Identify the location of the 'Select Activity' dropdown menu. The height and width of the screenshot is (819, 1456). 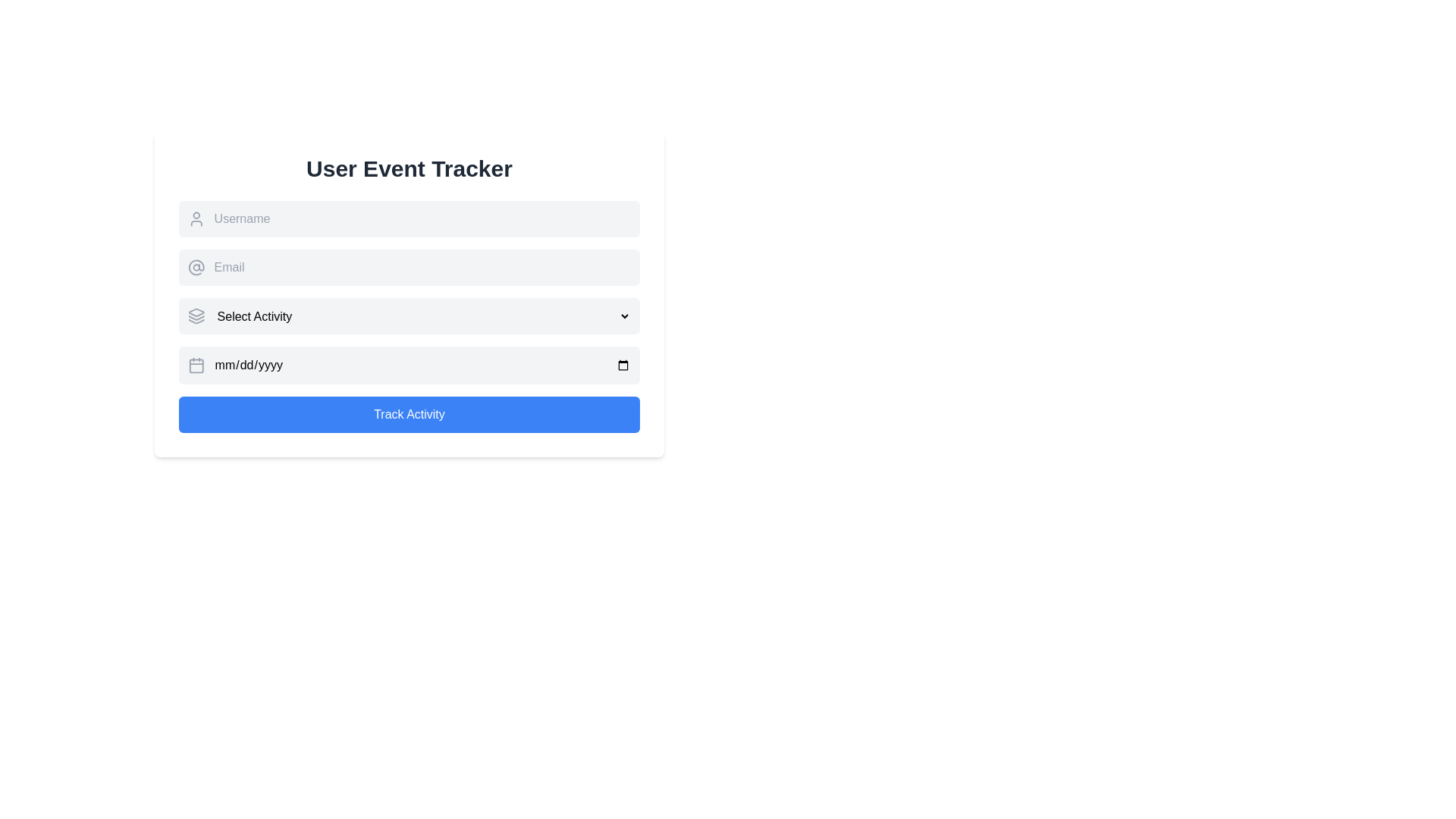
(409, 315).